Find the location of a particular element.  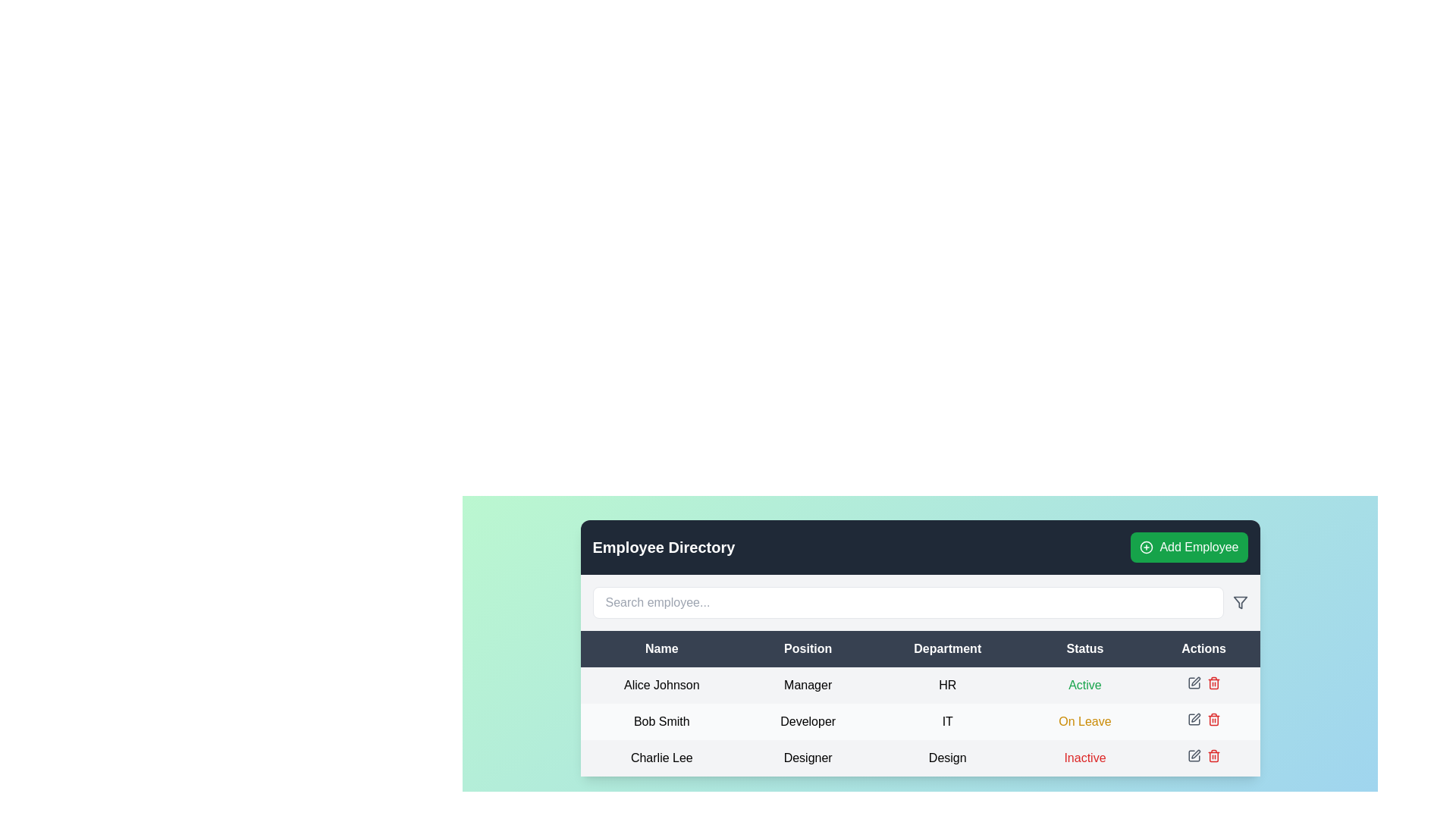

the edit action button with a pencil icon located in the 'Actions' column of the last row associated with 'Charlie Lee' is located at coordinates (1193, 755).